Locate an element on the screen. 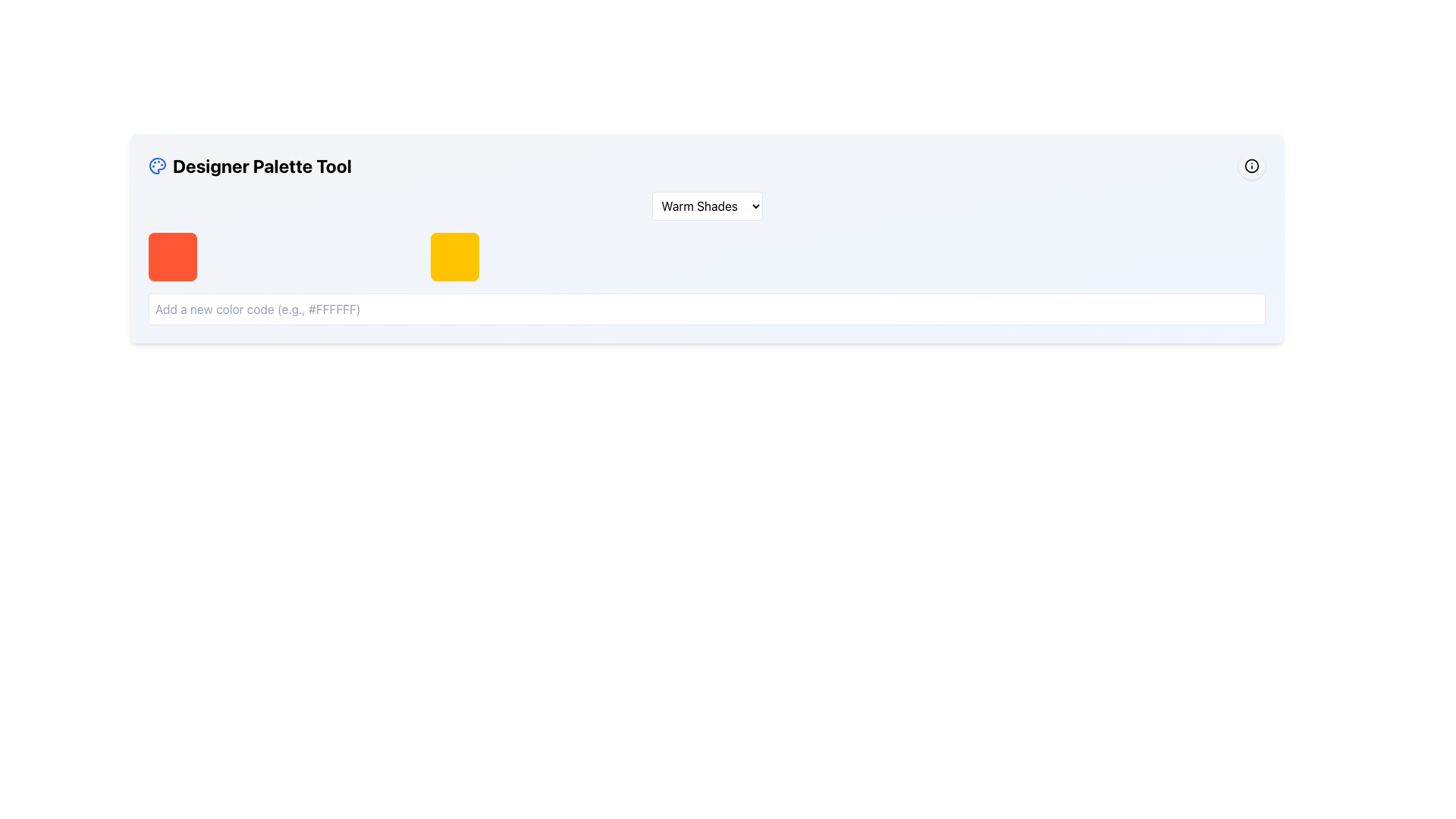 Image resolution: width=1456 pixels, height=819 pixels. the decorative color palette tool icon located adjacent to the text 'Designer Palette Tool' in the top-left region of the interface is located at coordinates (156, 166).